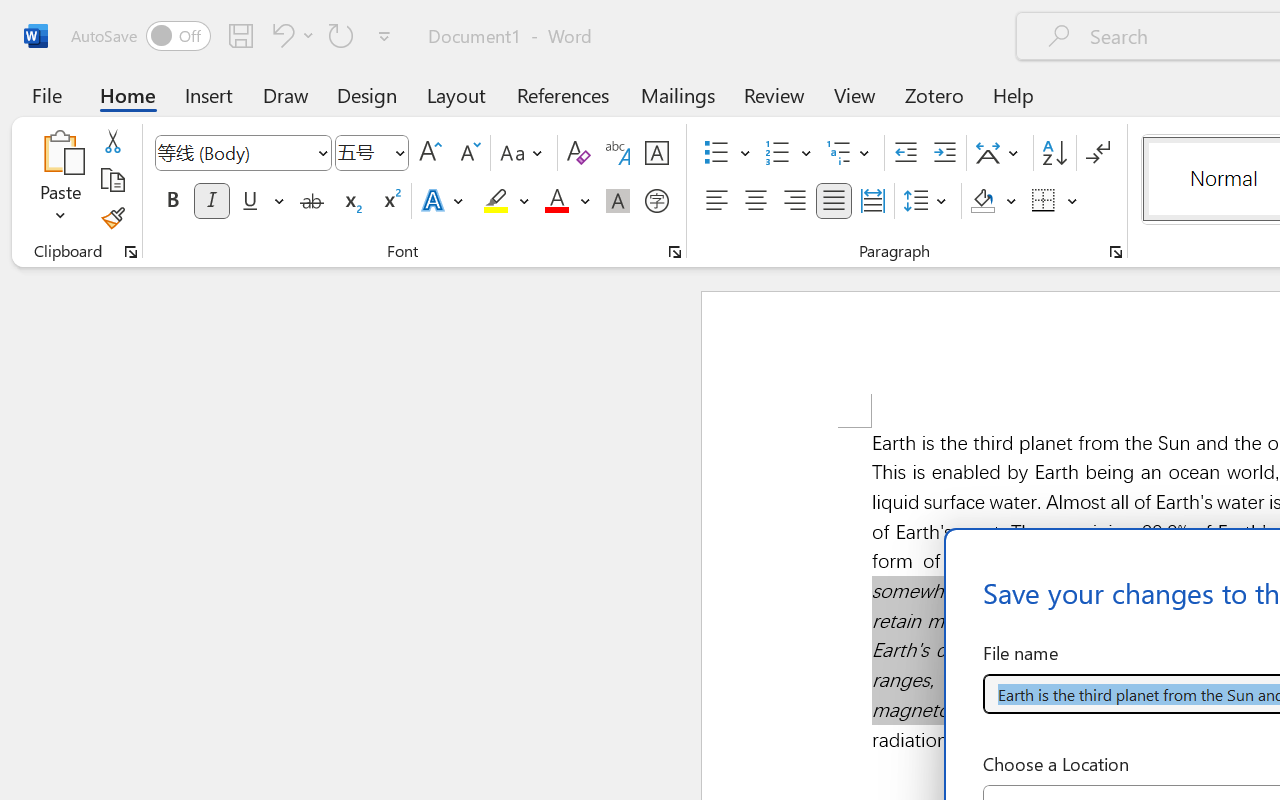 Image resolution: width=1280 pixels, height=800 pixels. Describe the element at coordinates (212, 201) in the screenshot. I see `'Italic'` at that location.